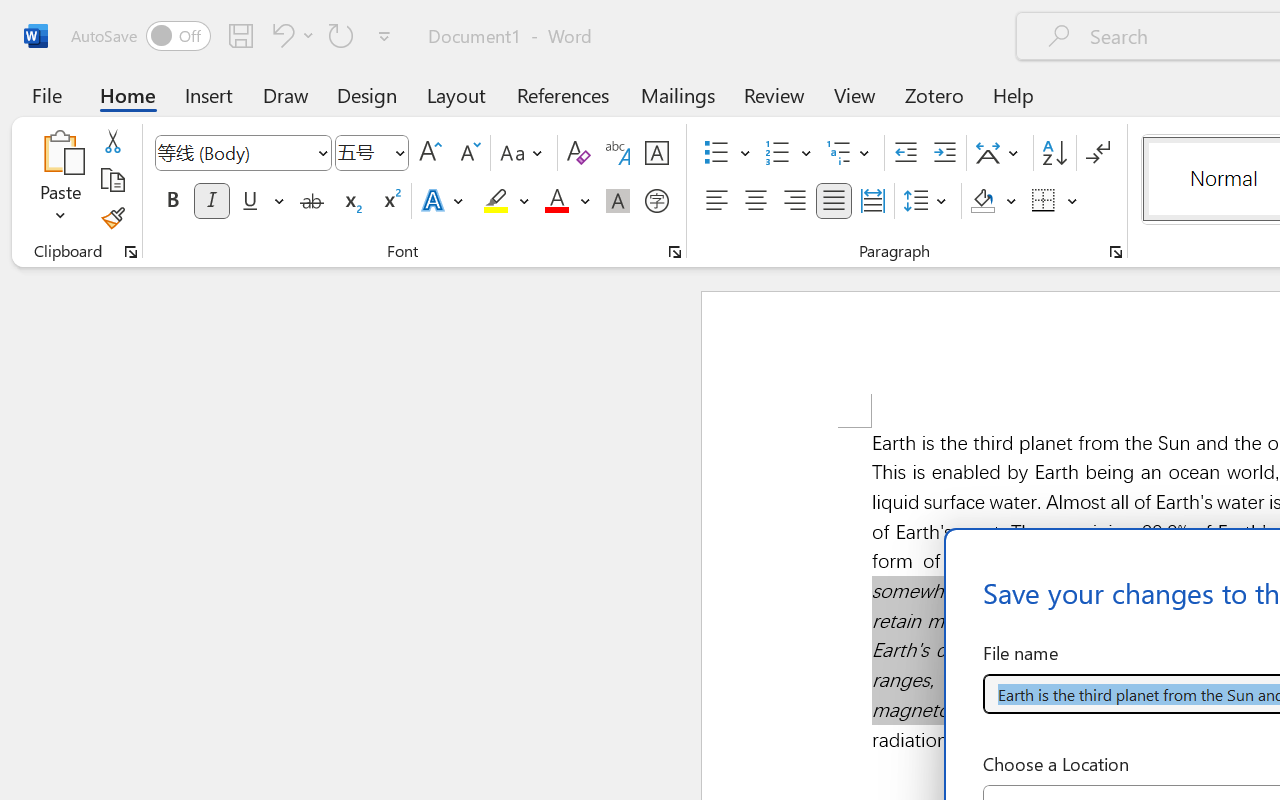 Image resolution: width=1280 pixels, height=800 pixels. Describe the element at coordinates (212, 201) in the screenshot. I see `'Italic'` at that location.